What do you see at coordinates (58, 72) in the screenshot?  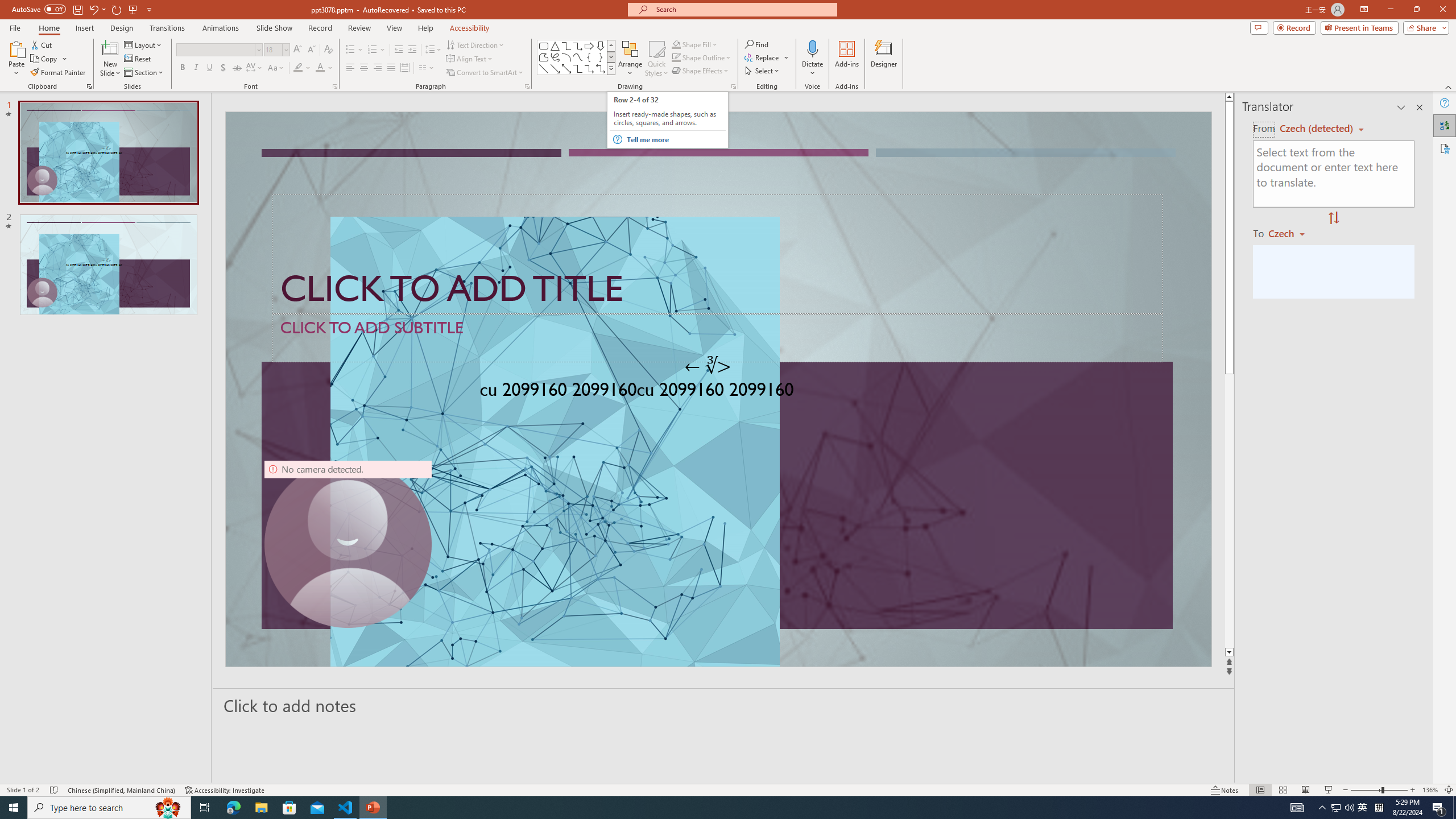 I see `'Format Painter'` at bounding box center [58, 72].